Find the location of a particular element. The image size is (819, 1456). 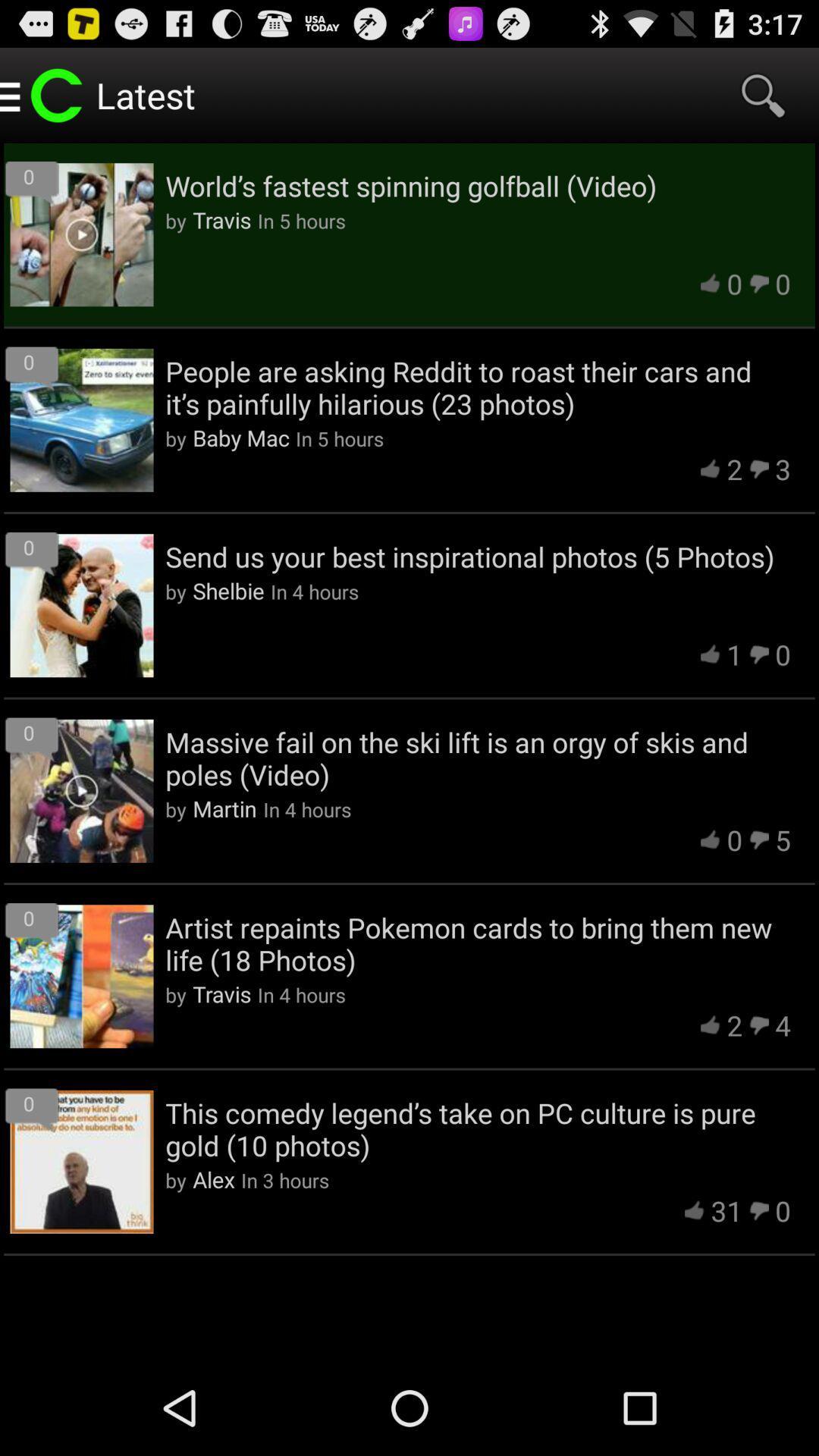

1 item is located at coordinates (733, 654).